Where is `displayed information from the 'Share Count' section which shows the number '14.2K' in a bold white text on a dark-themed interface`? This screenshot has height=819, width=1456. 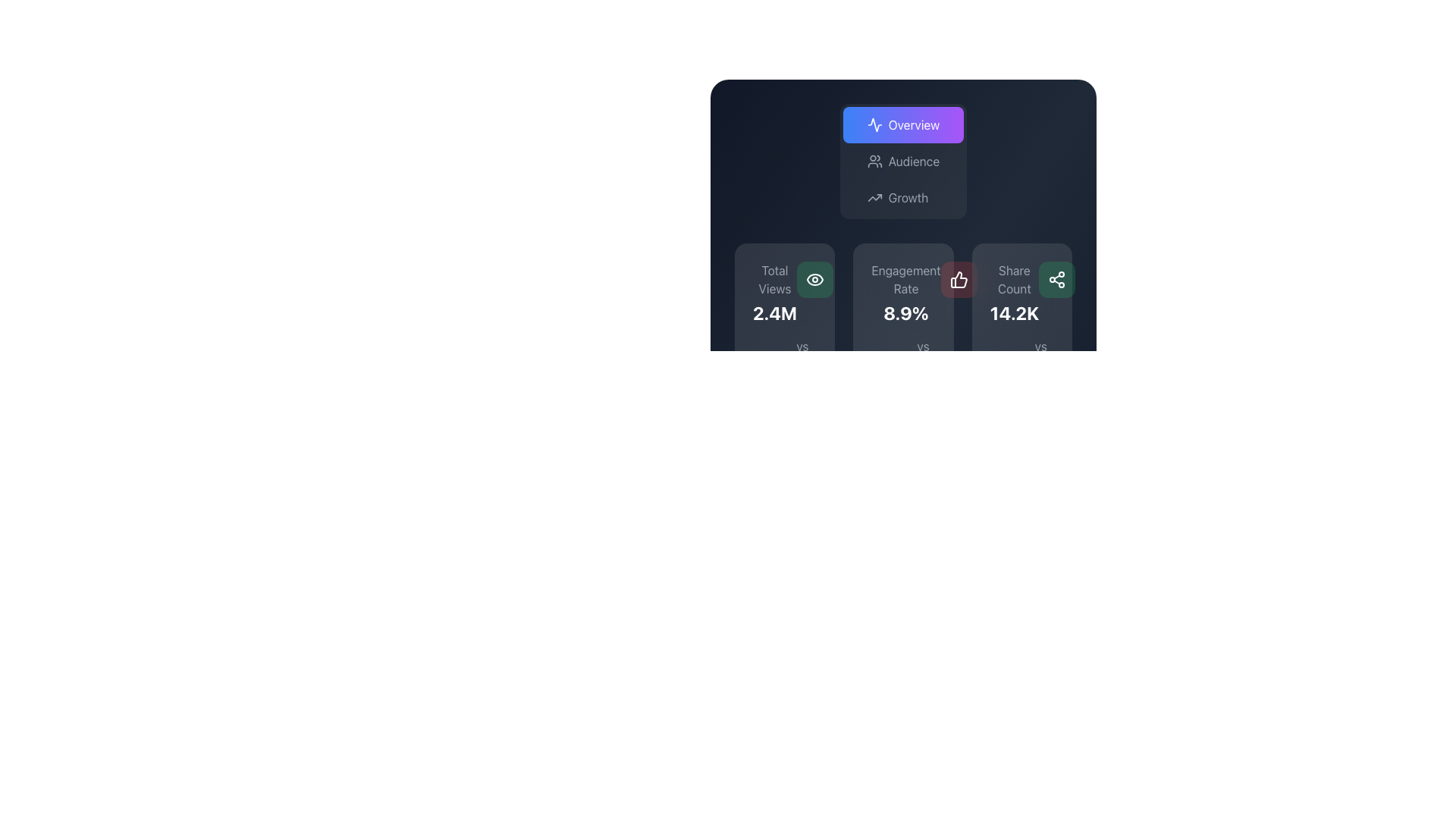
displayed information from the 'Share Count' section which shows the number '14.2K' in a bold white text on a dark-themed interface is located at coordinates (1014, 293).